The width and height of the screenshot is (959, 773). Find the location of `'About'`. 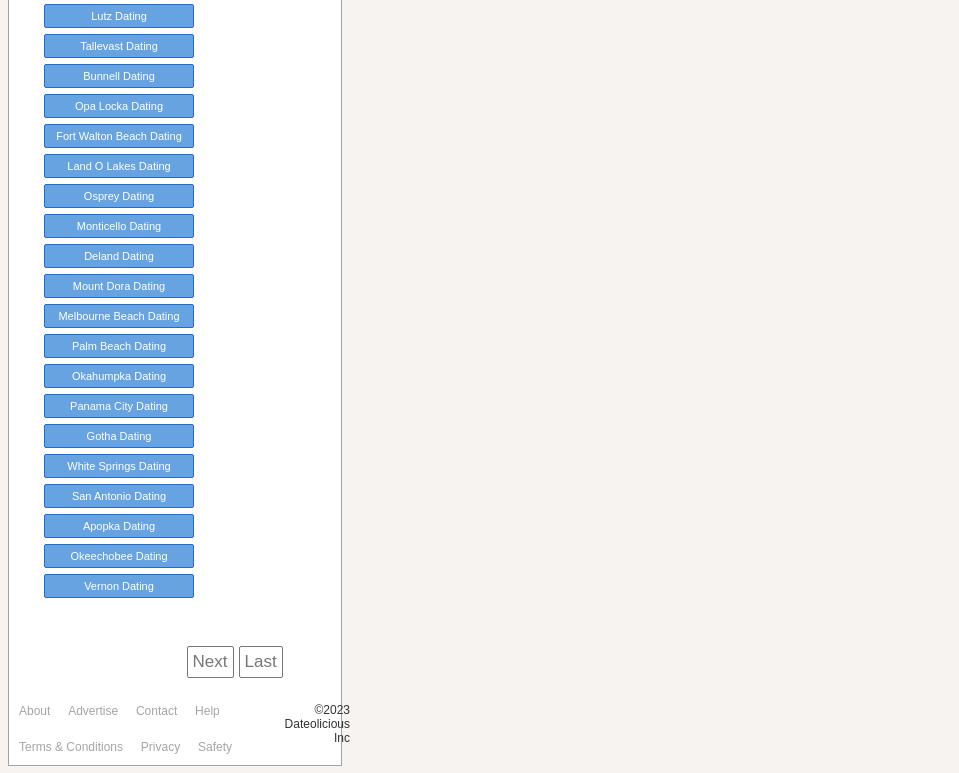

'About' is located at coordinates (17, 711).